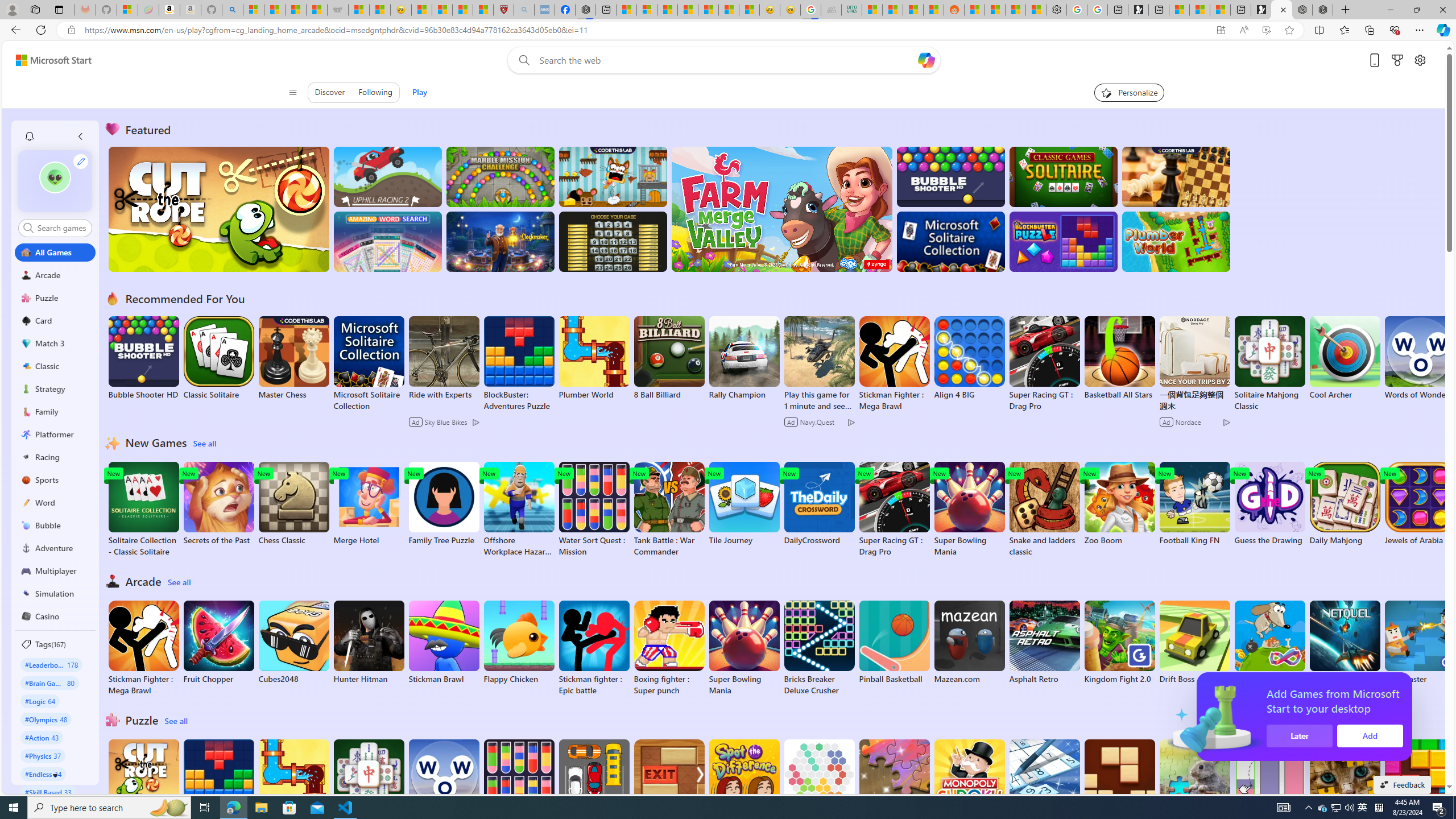 This screenshot has height=819, width=1456. What do you see at coordinates (1345, 503) in the screenshot?
I see `'Daily Mahjong'` at bounding box center [1345, 503].